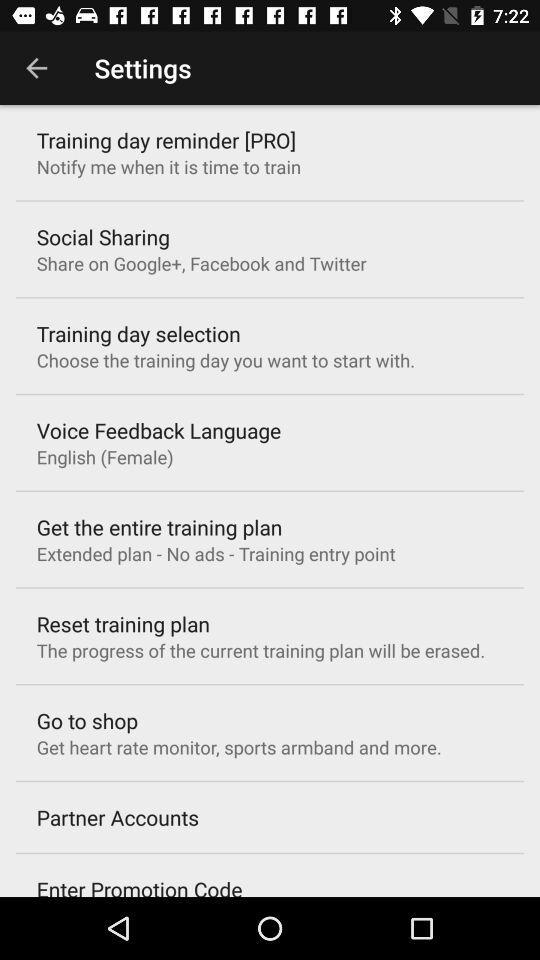  Describe the element at coordinates (260, 649) in the screenshot. I see `the the progress of icon` at that location.